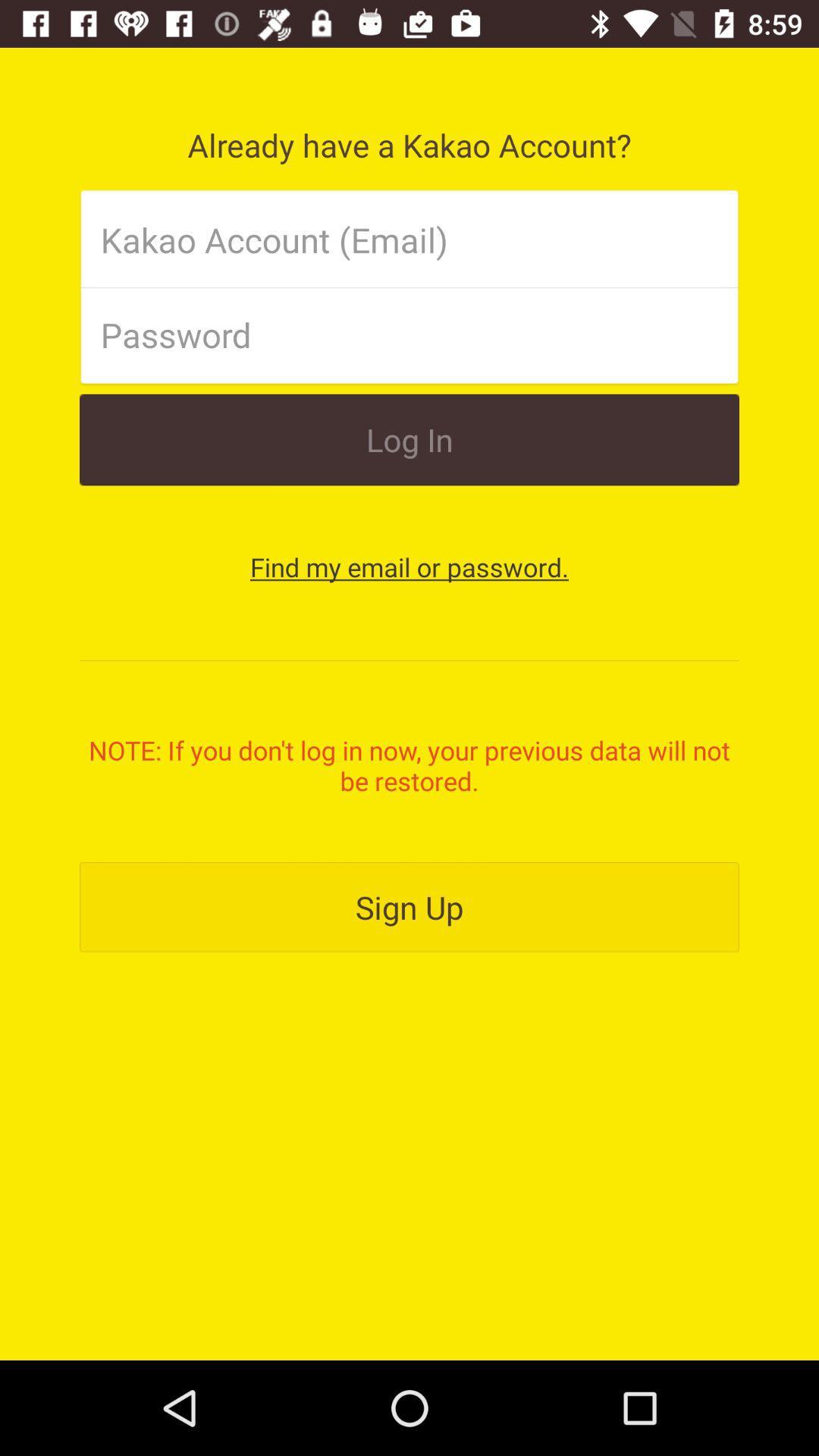 The image size is (819, 1456). What do you see at coordinates (383, 334) in the screenshot?
I see `password spece` at bounding box center [383, 334].